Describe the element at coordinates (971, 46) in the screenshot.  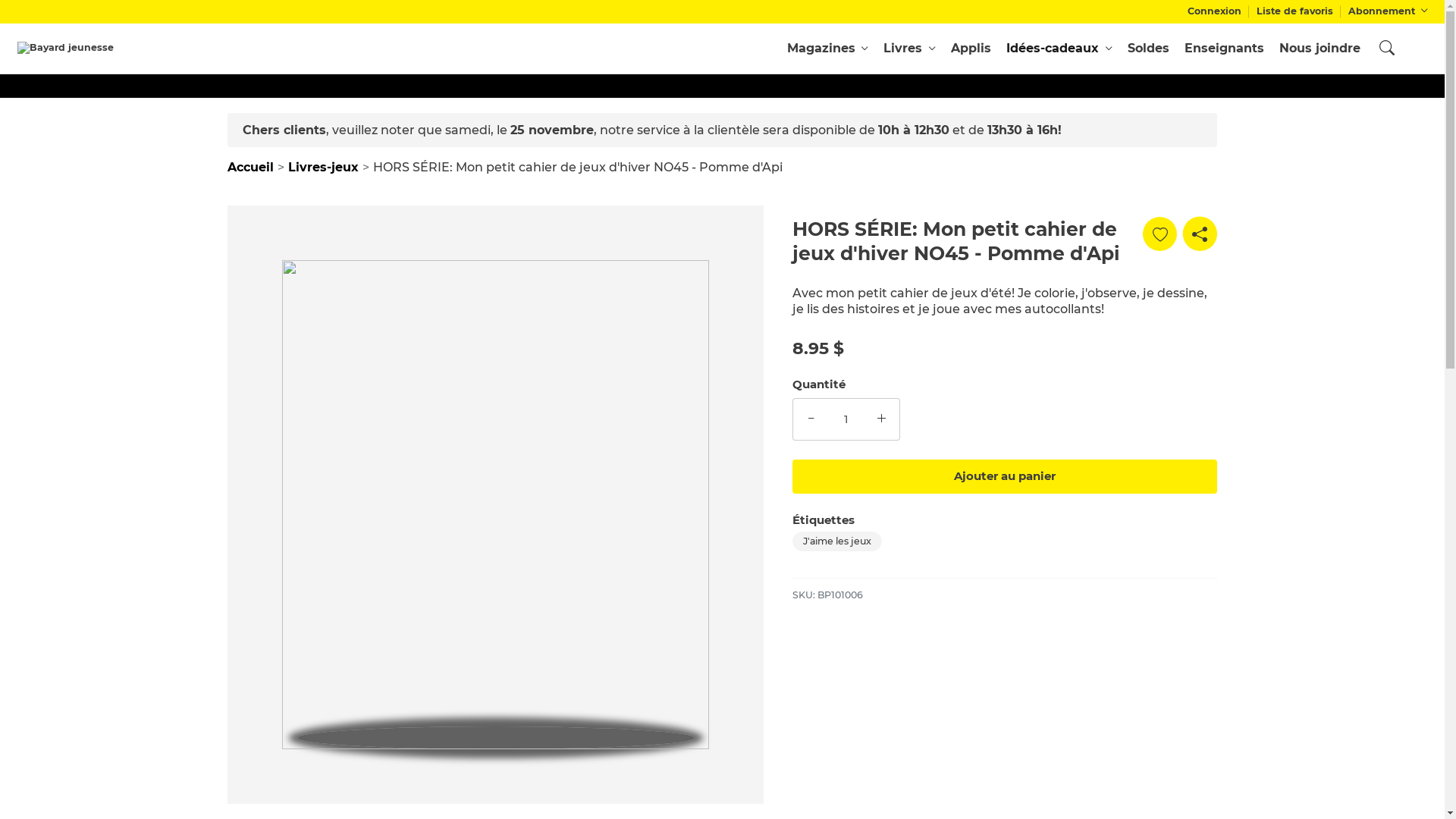
I see `'Applis'` at that location.